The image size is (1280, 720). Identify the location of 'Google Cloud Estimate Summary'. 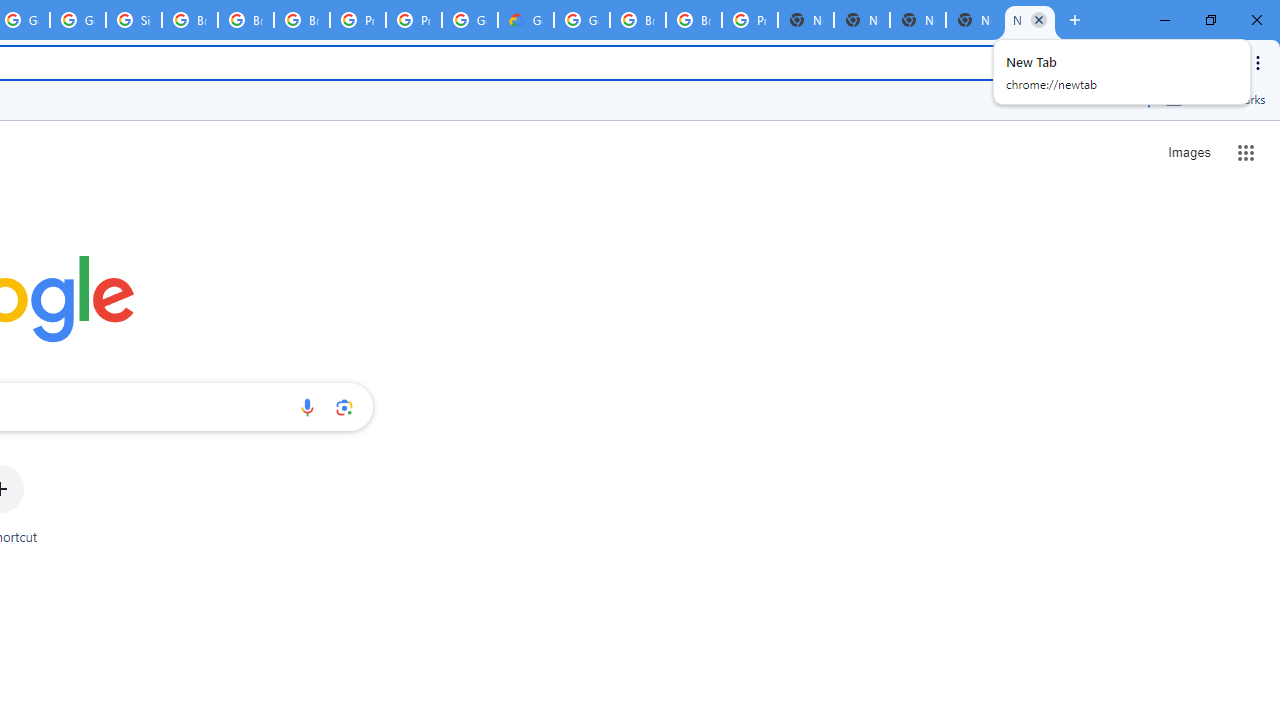
(526, 20).